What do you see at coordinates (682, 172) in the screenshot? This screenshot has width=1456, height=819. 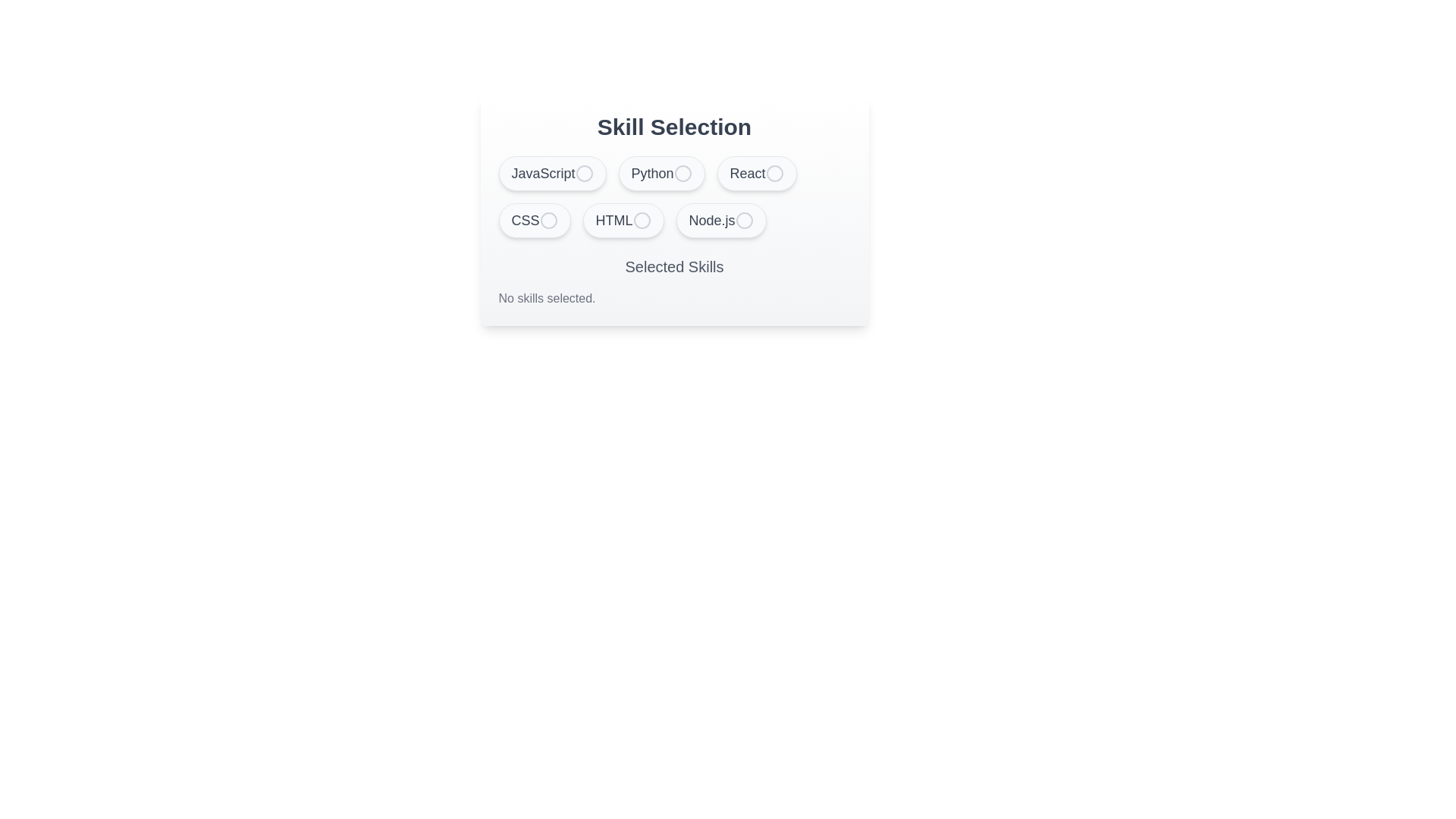 I see `the circular radio button indicator next to the 'Python' skill label` at bounding box center [682, 172].